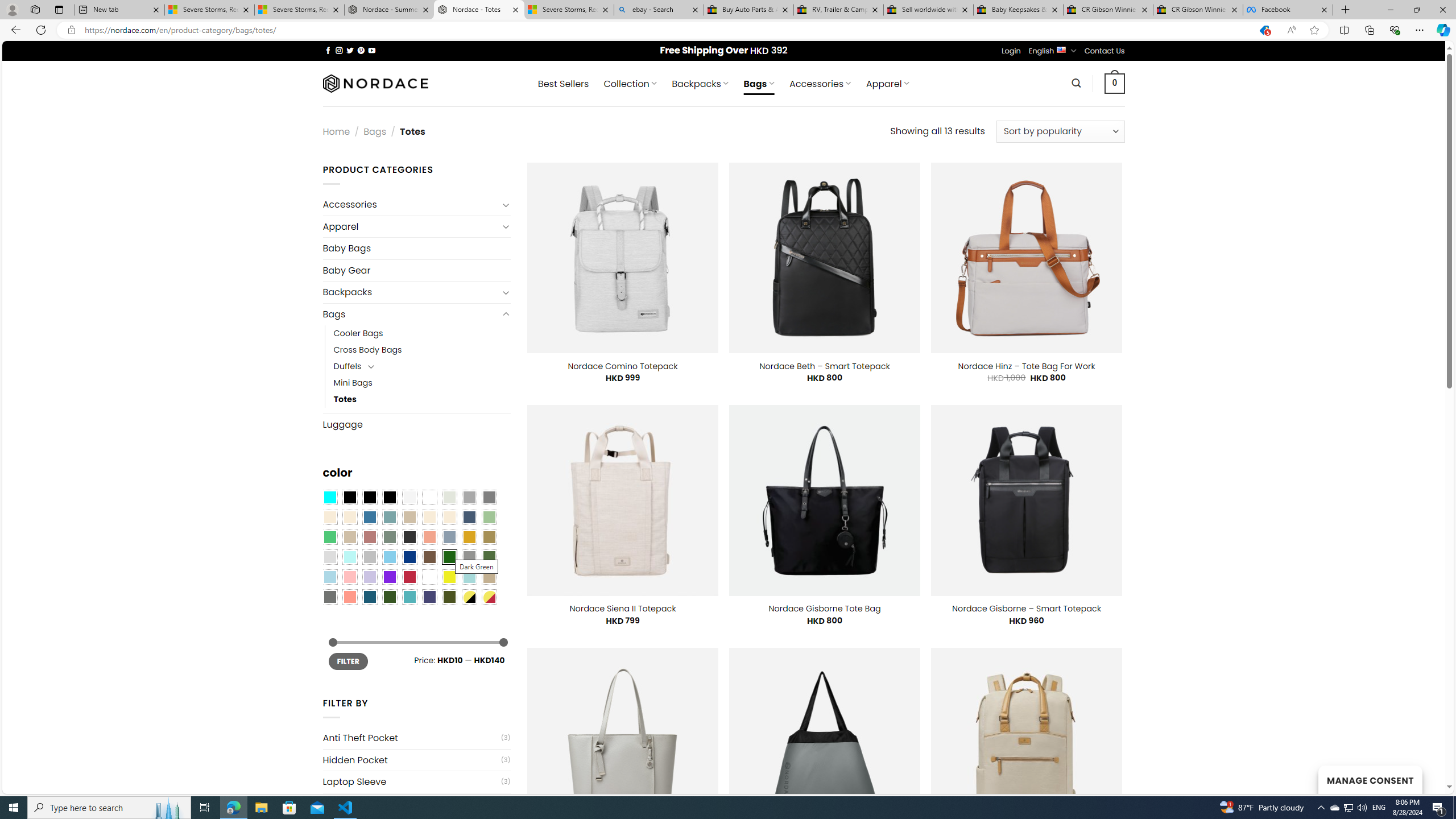 The width and height of the screenshot is (1456, 819). I want to click on 'Follow on Instagram', so click(338, 50).